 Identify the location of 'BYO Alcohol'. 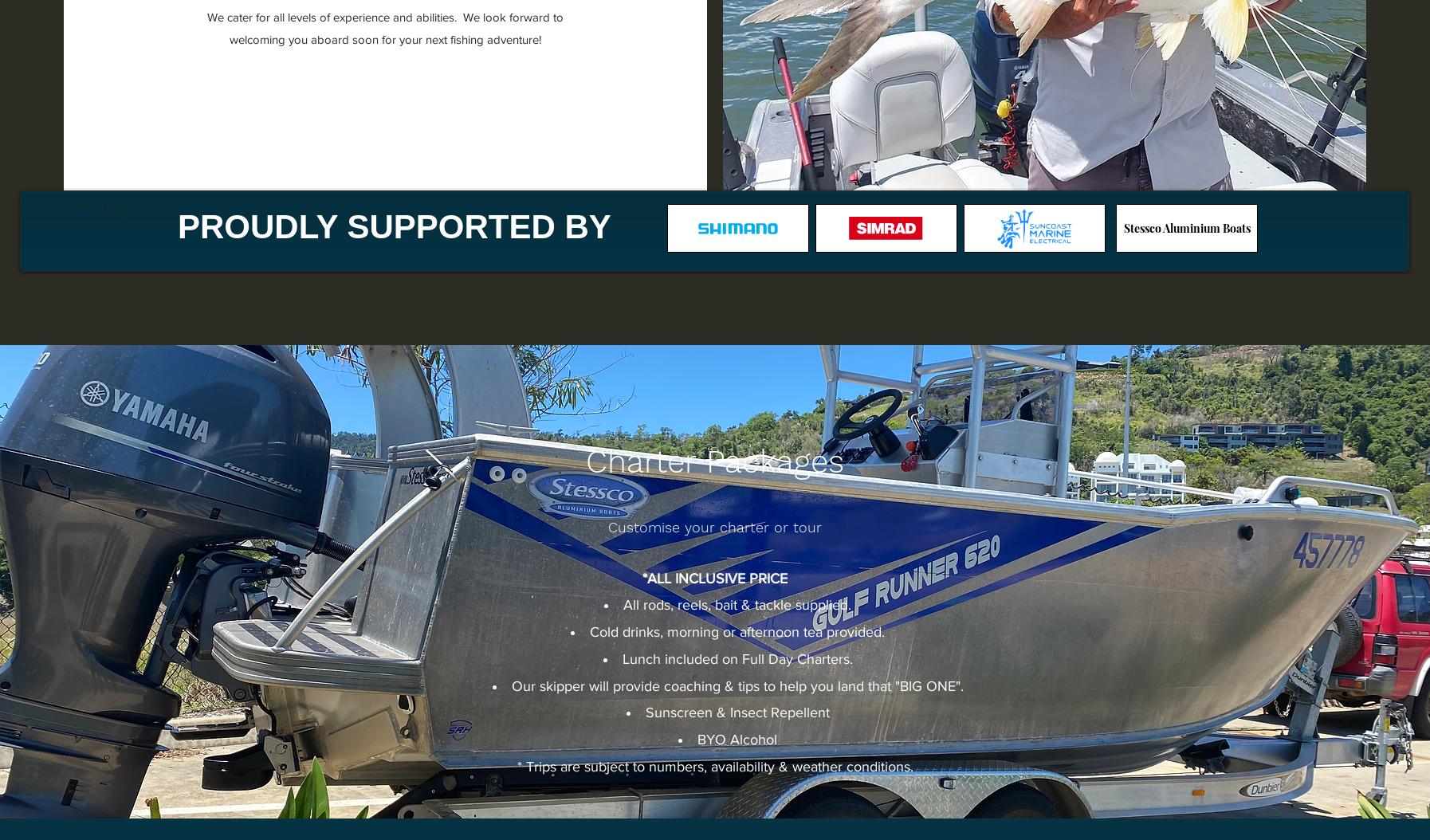
(736, 739).